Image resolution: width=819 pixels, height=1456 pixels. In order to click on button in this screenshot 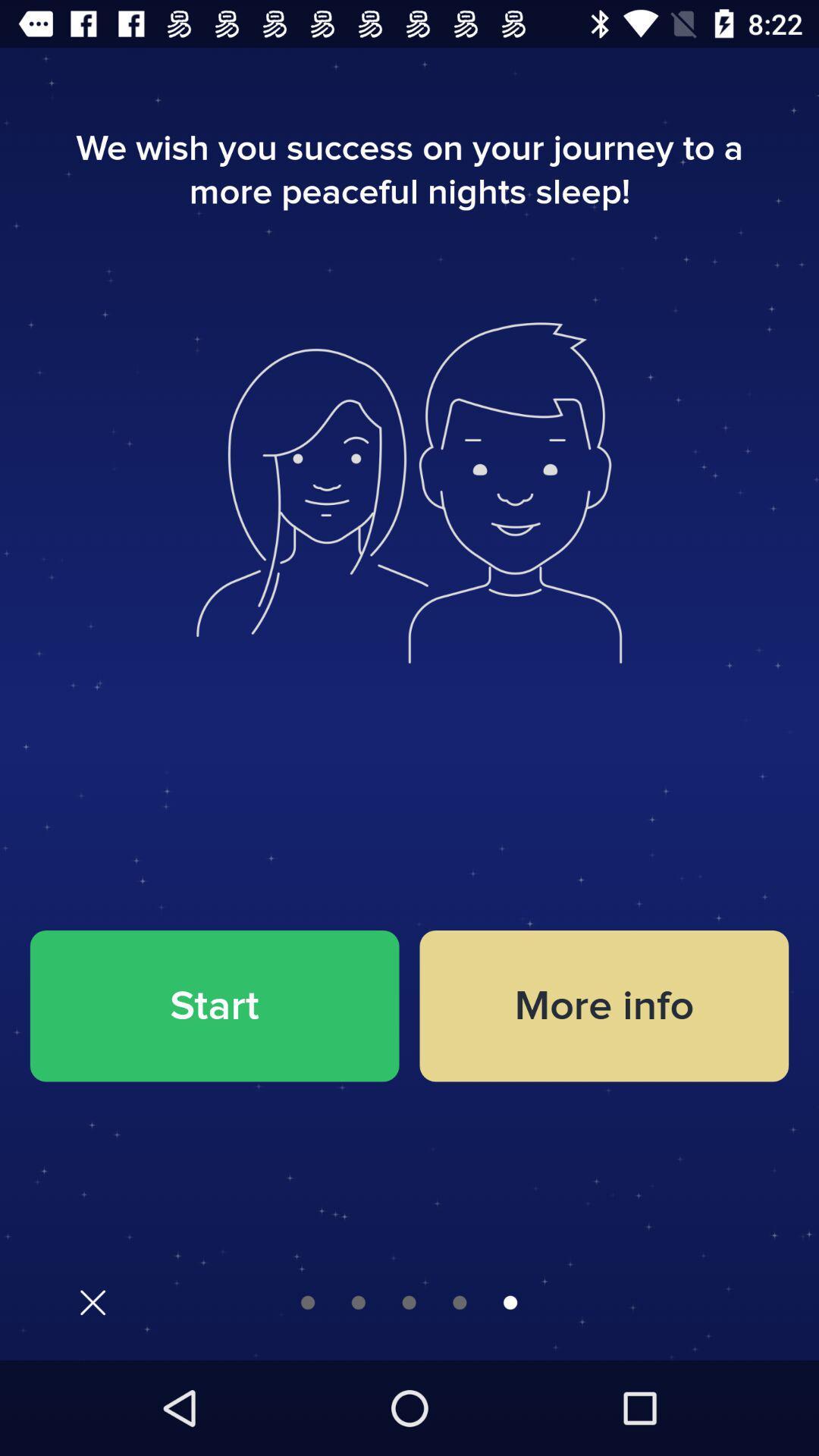, I will do `click(93, 1301)`.